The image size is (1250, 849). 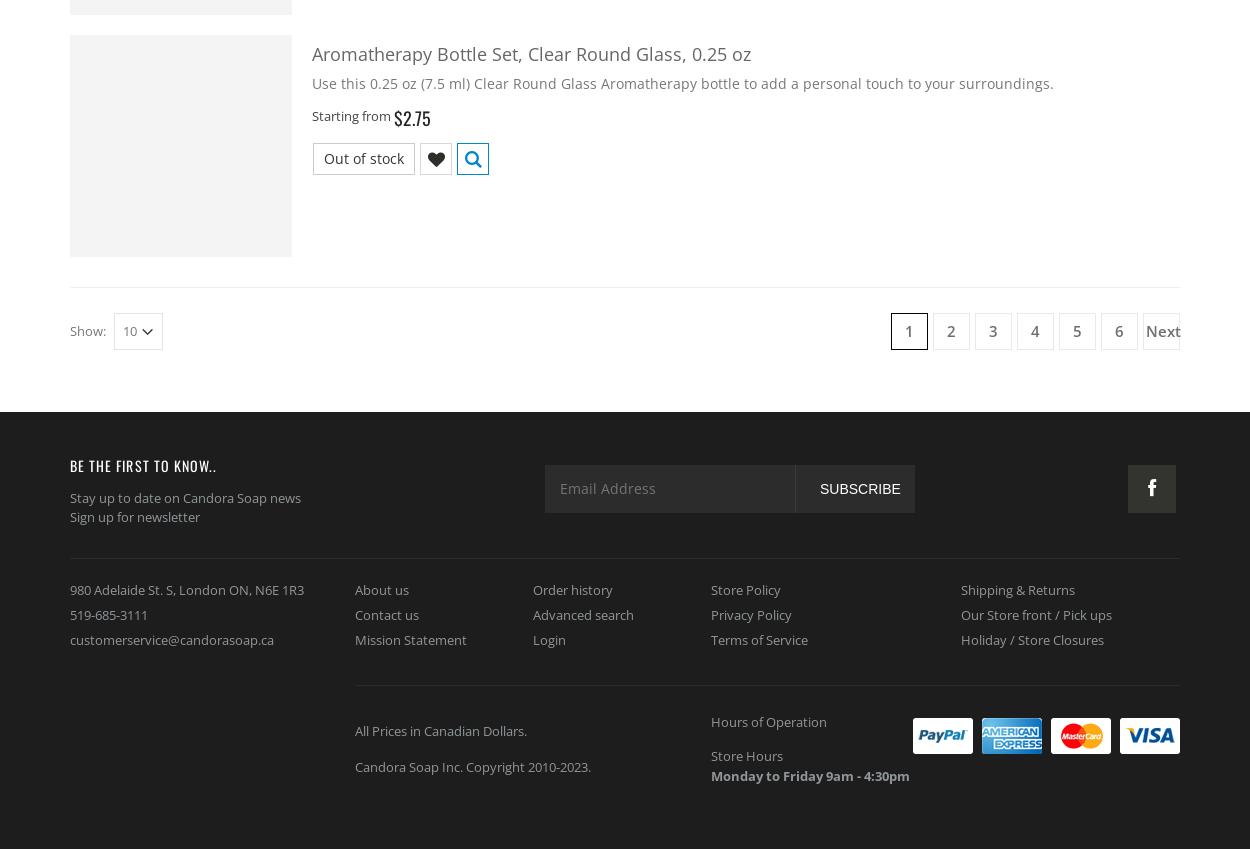 What do you see at coordinates (950, 329) in the screenshot?
I see `'2'` at bounding box center [950, 329].